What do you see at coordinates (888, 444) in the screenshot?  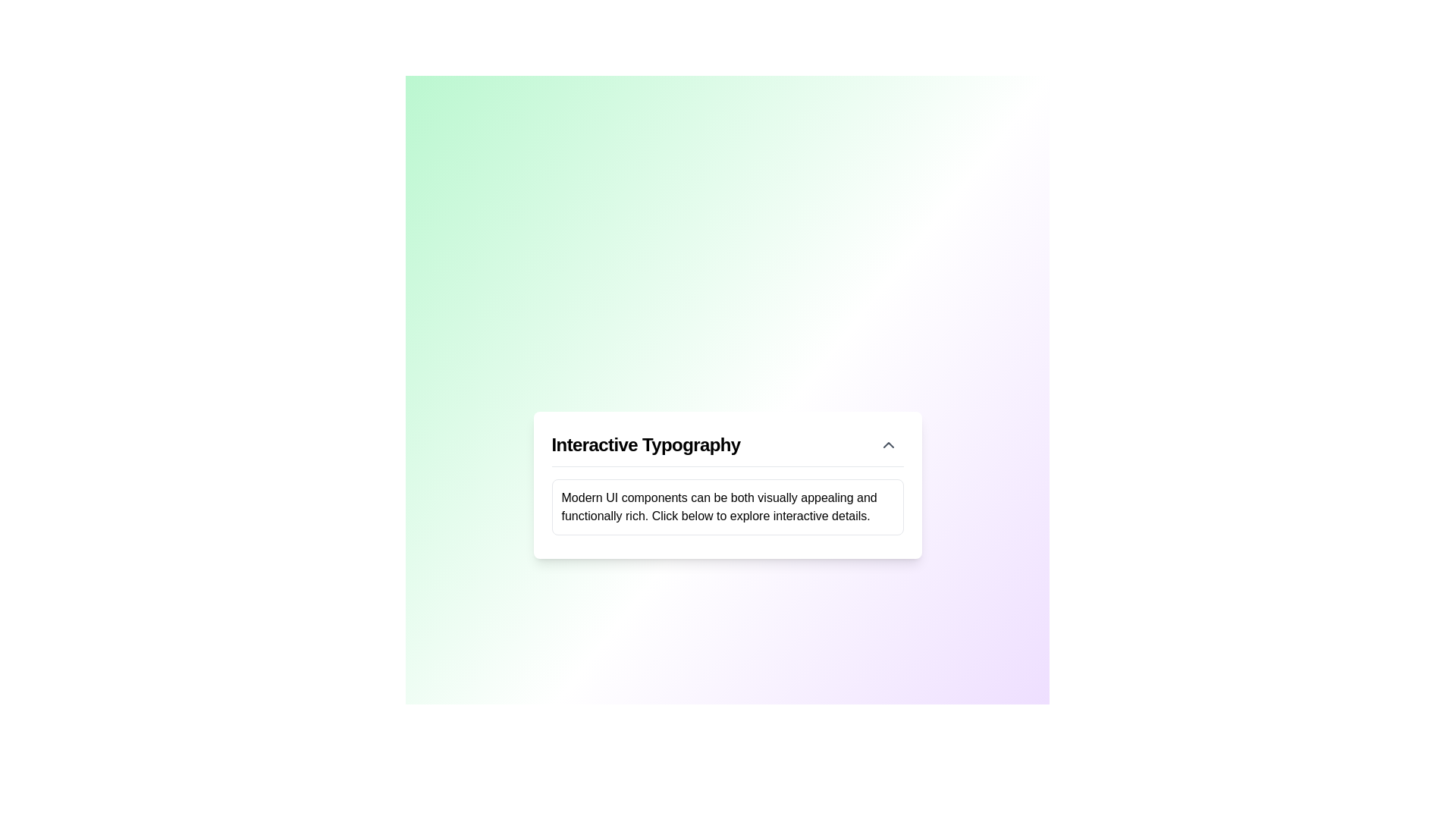 I see `the Chevron Icon located in the top-right corner of the card component` at bounding box center [888, 444].